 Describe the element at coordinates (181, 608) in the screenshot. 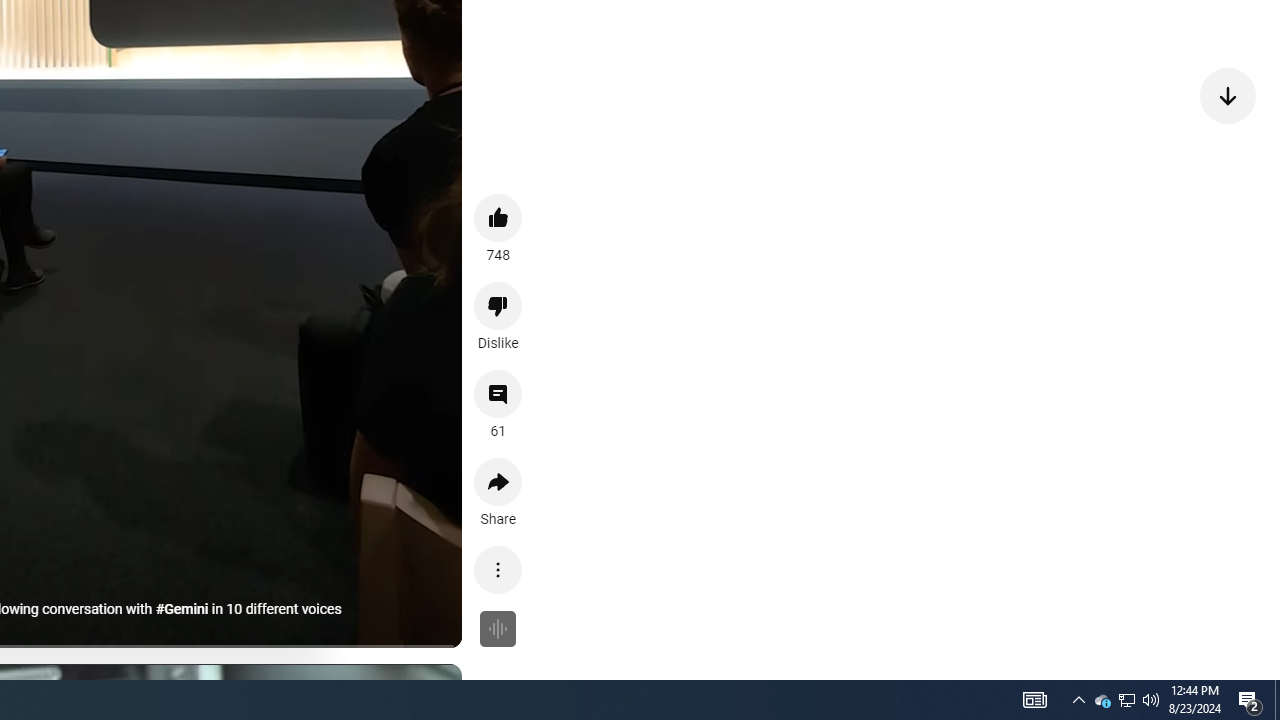

I see `'#Gemini'` at that location.